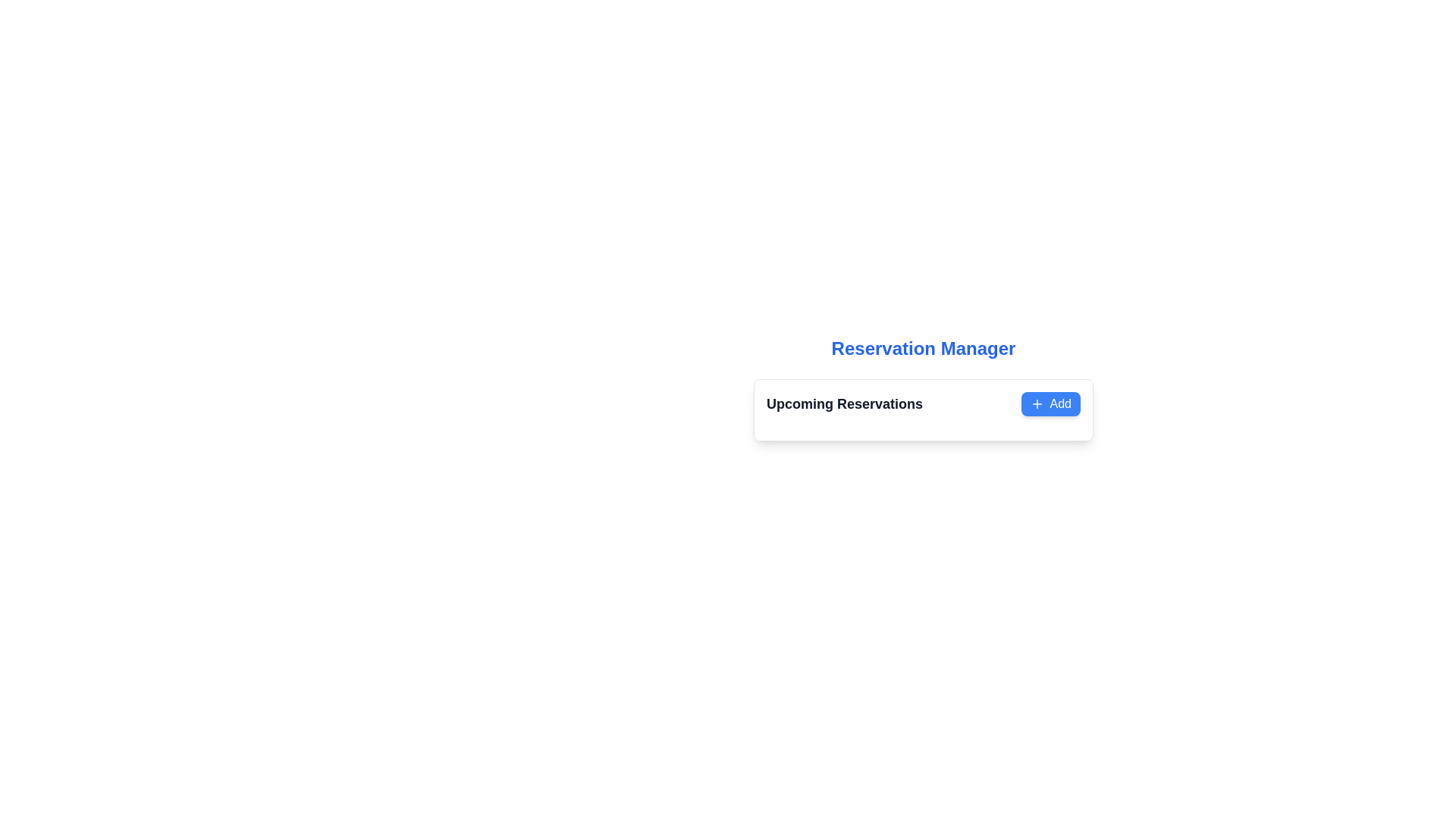  I want to click on the button used to initiate the process of adding a new reservation in the 'Upcoming Reservations' section, so click(1050, 403).